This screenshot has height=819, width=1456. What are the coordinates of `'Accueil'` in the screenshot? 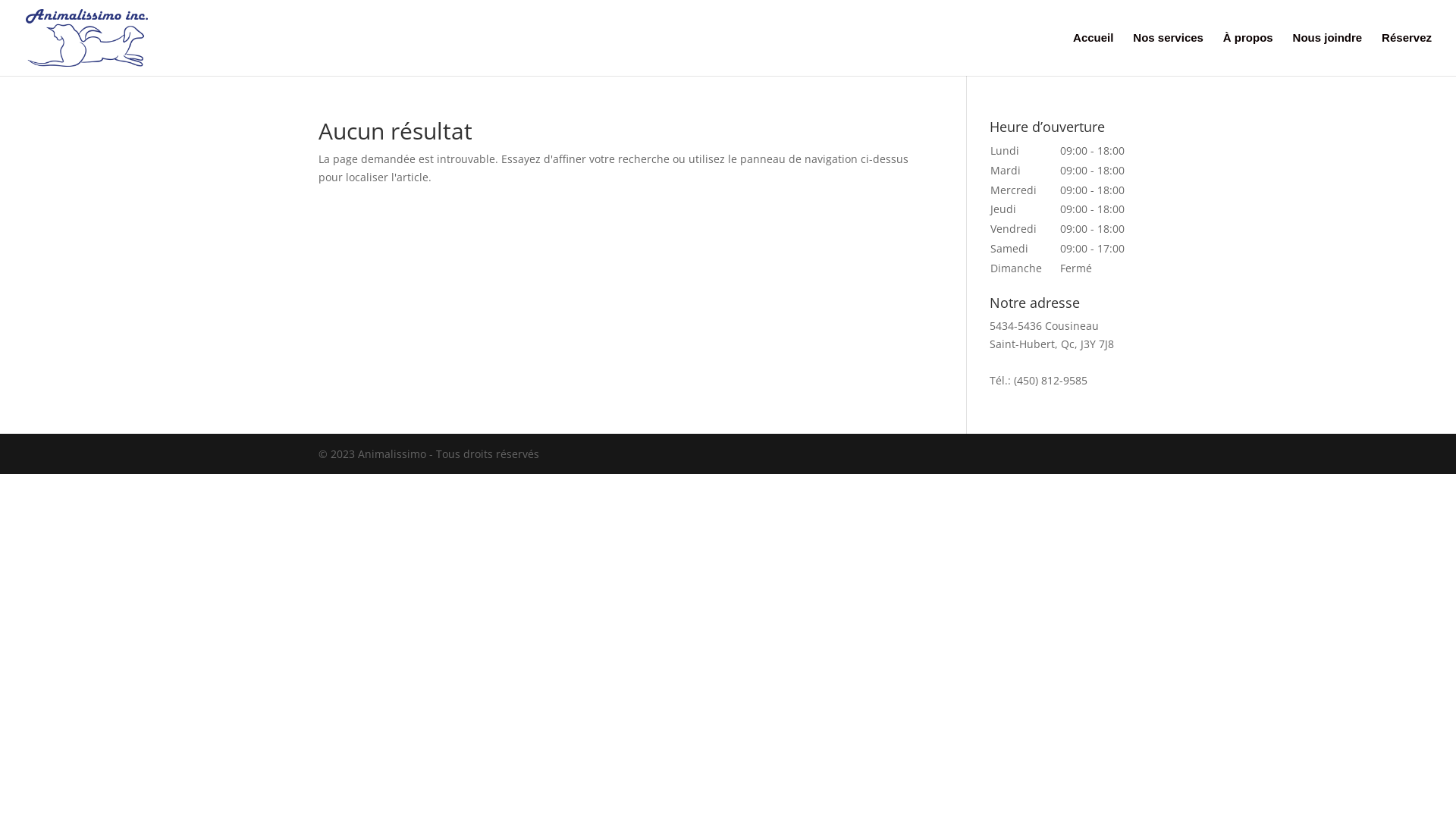 It's located at (1093, 53).